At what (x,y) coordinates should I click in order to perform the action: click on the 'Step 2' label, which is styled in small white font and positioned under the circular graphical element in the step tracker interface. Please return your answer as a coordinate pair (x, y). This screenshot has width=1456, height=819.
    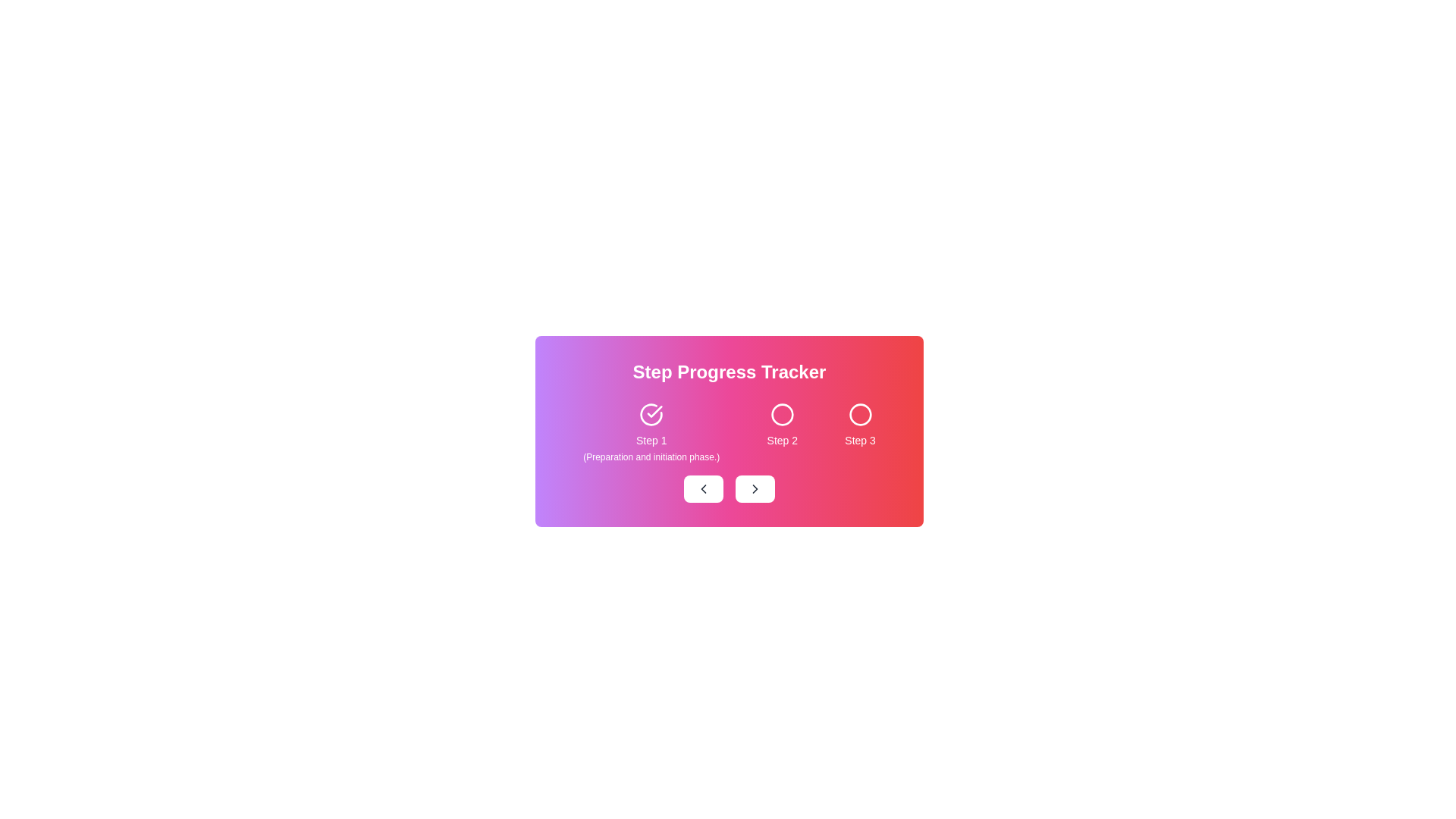
    Looking at the image, I should click on (782, 441).